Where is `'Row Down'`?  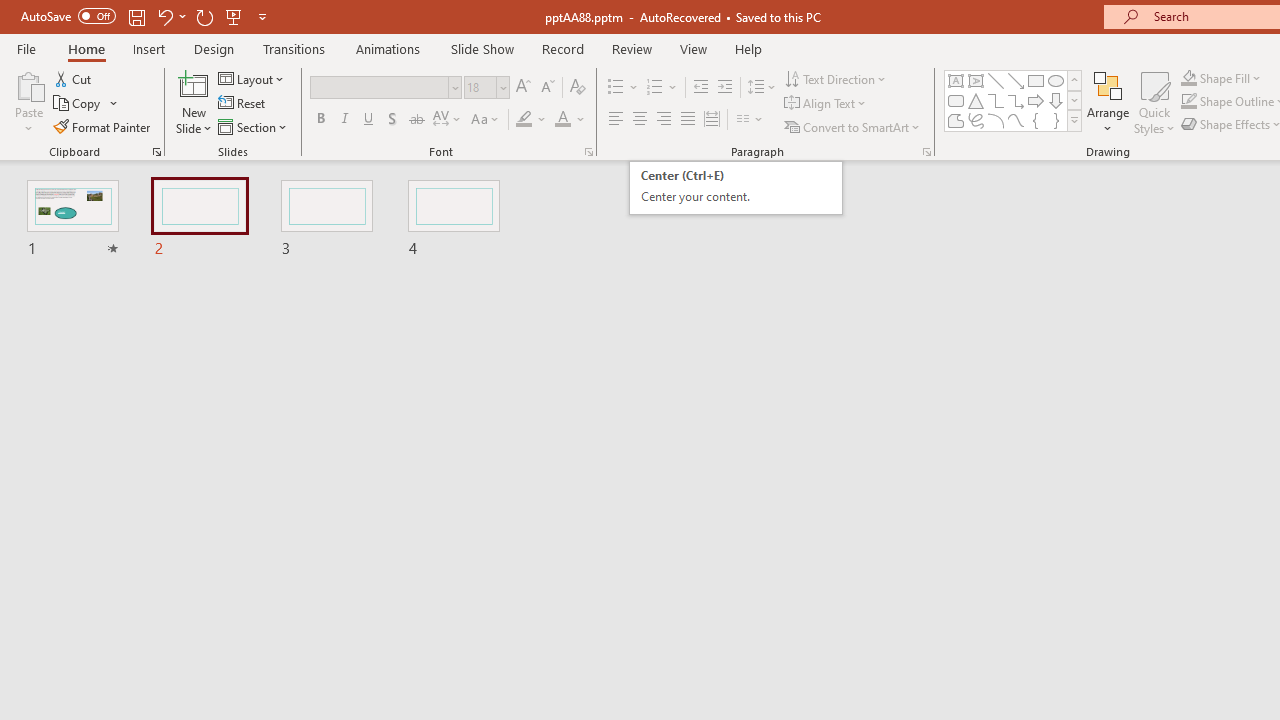
'Row Down' is located at coordinates (1073, 100).